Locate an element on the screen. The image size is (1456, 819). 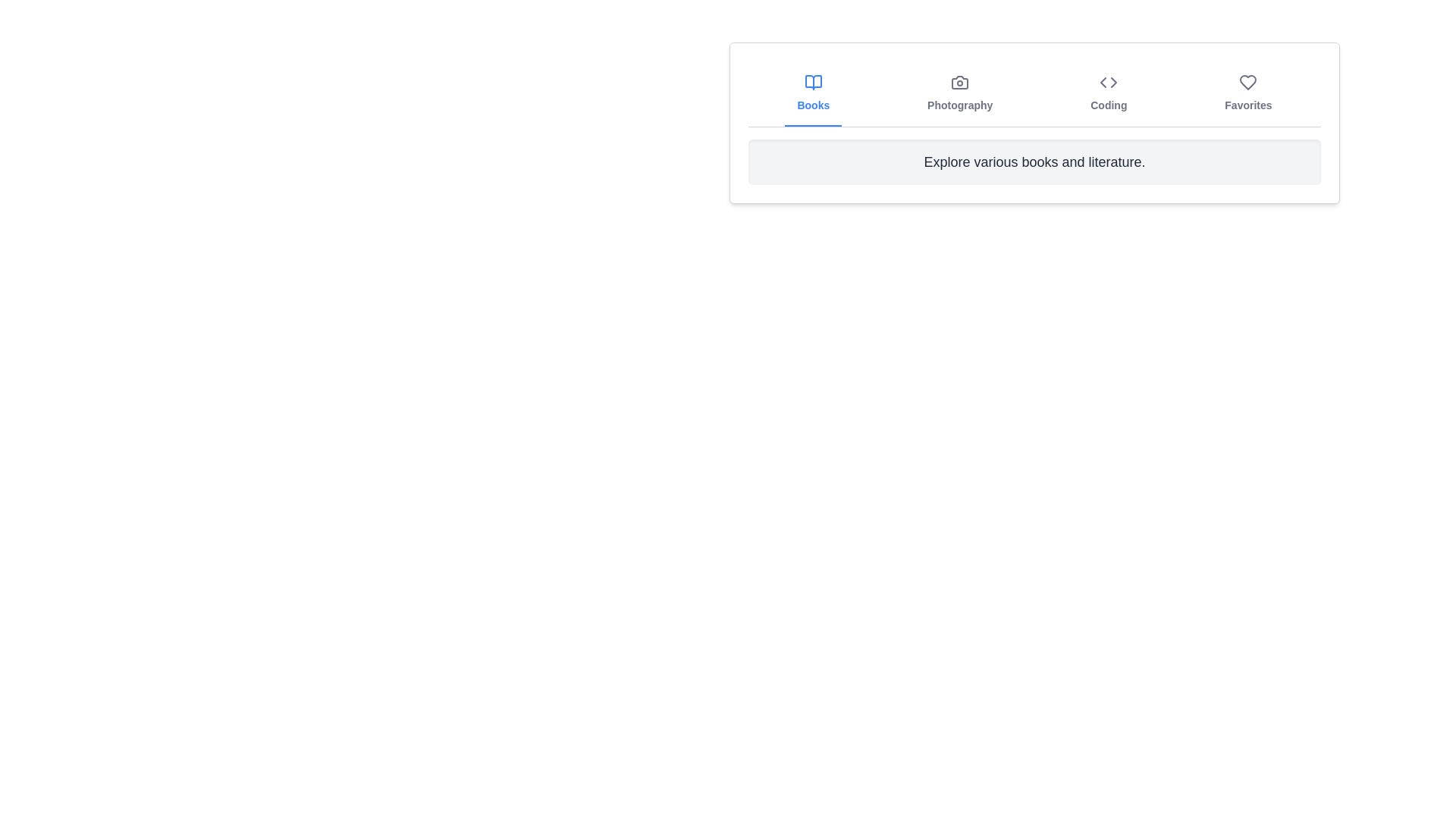
the 'Coding' navigation link, which is represented by a coding icon '<>' and the label 'Coding', located in the third position of the horizontal navigation bar is located at coordinates (1109, 93).